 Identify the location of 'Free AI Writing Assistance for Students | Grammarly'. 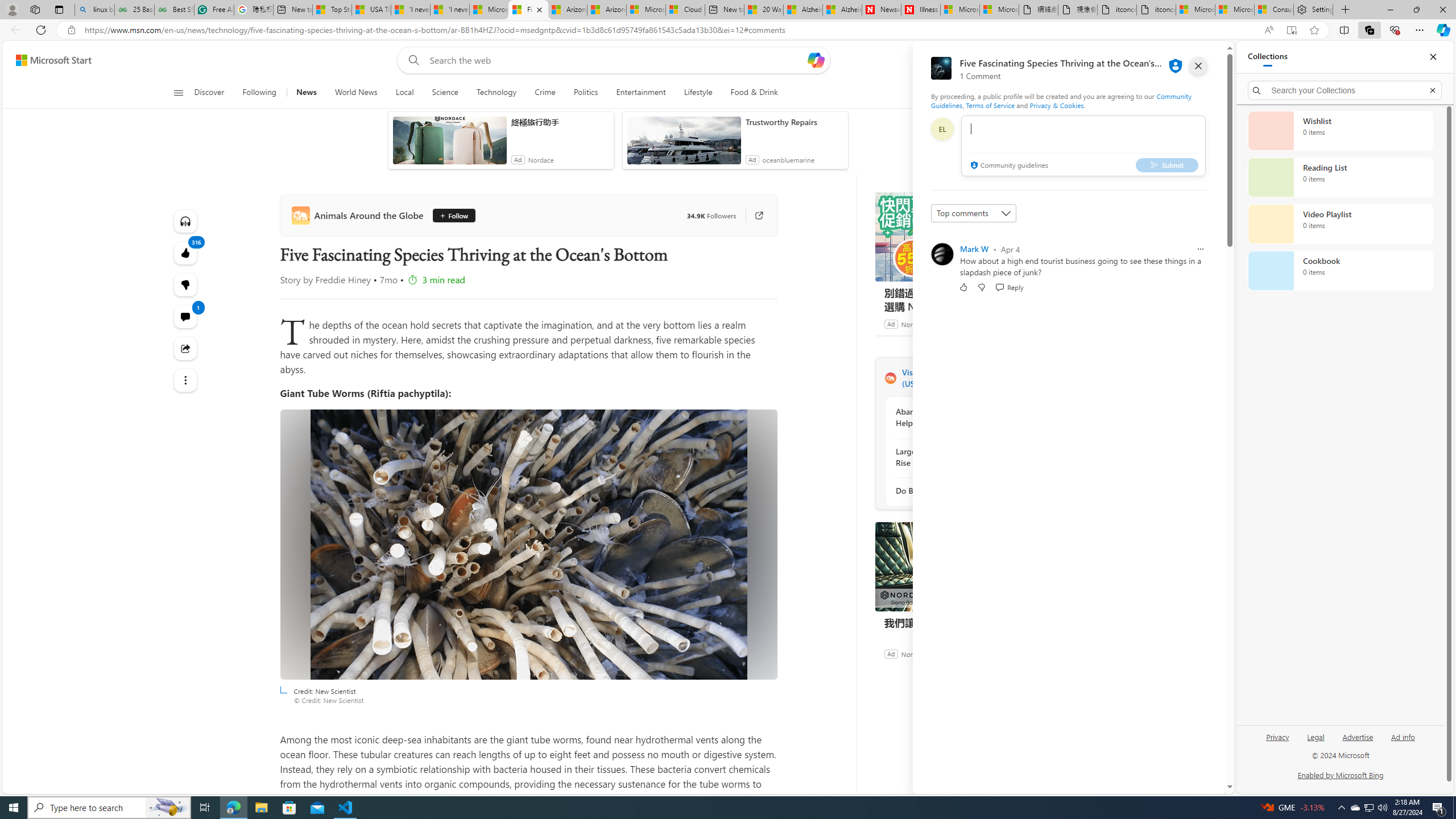
(213, 9).